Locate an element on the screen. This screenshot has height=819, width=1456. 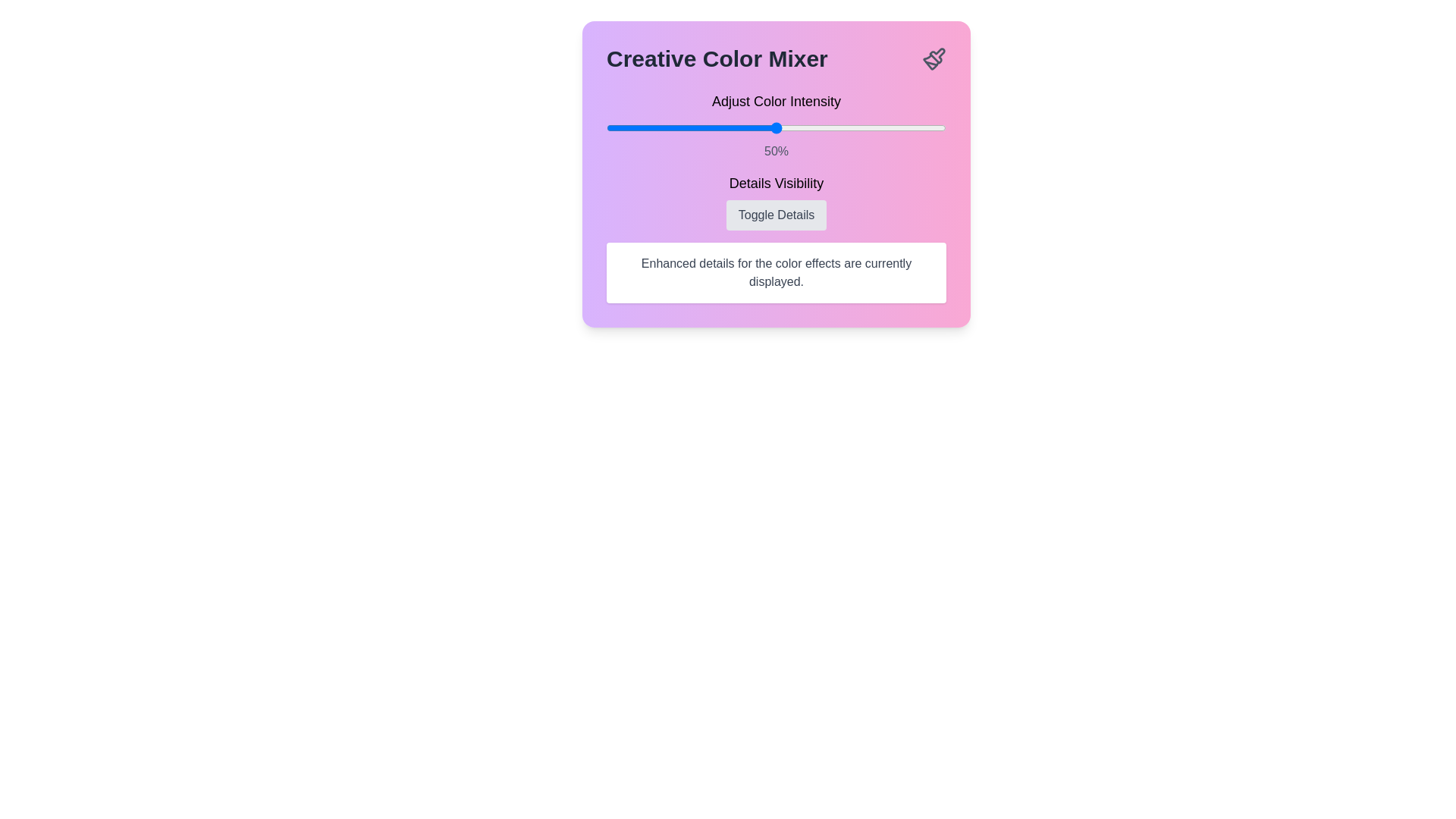
the color intensity is located at coordinates (921, 127).